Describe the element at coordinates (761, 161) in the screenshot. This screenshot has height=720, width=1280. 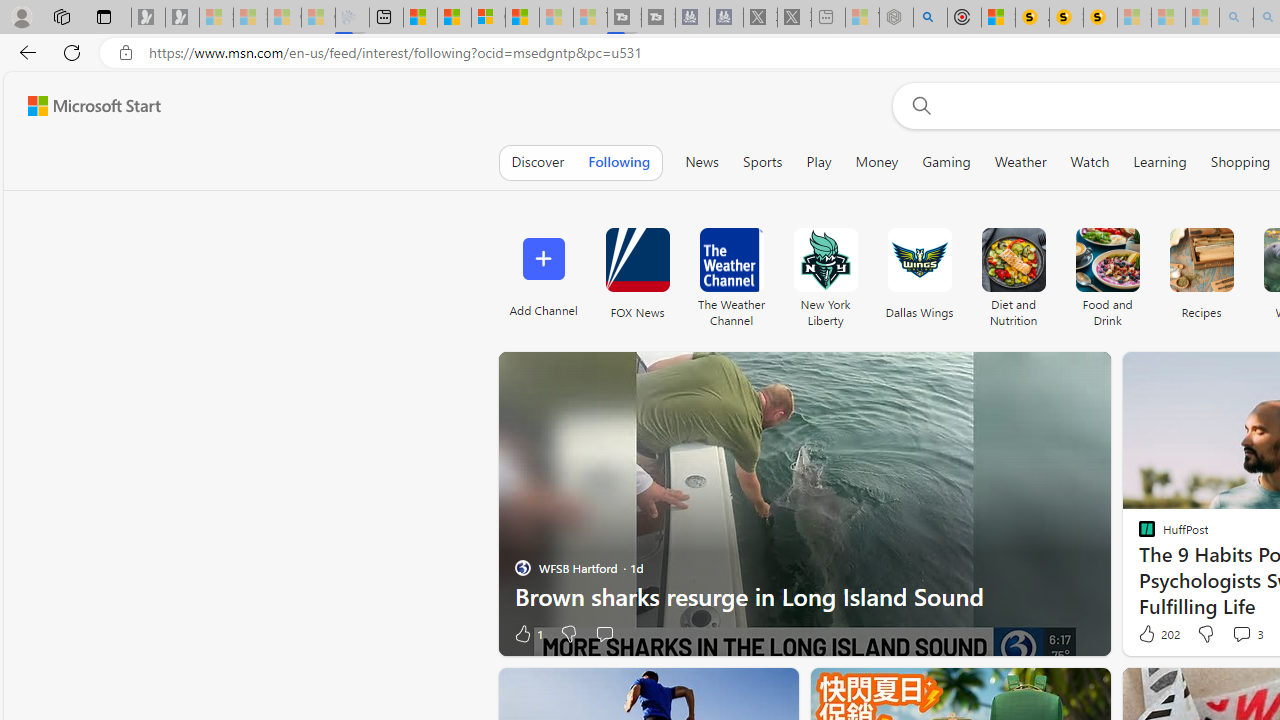
I see `'Sports'` at that location.